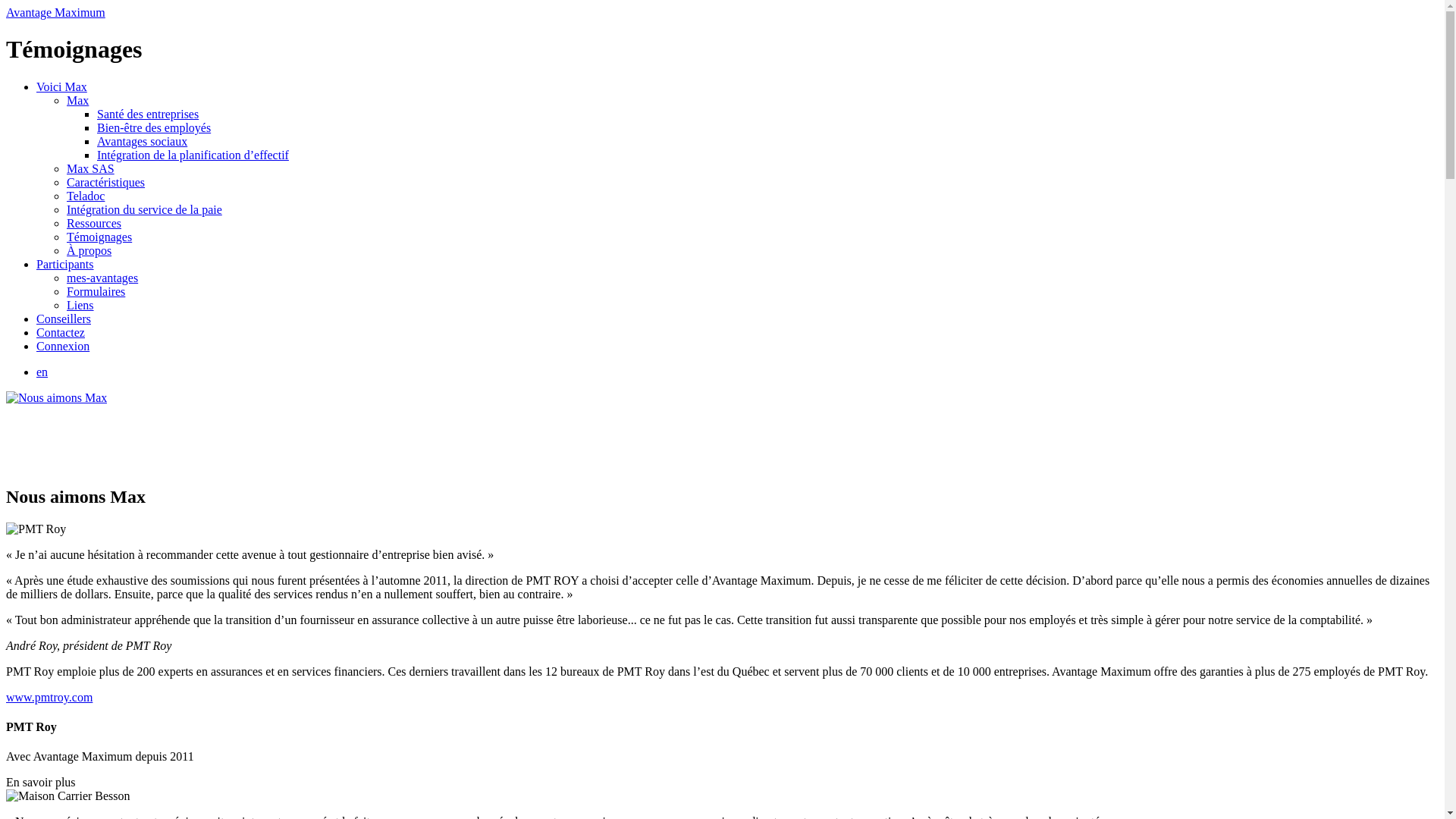 The height and width of the screenshot is (819, 1456). What do you see at coordinates (36, 318) in the screenshot?
I see `'Conseillers'` at bounding box center [36, 318].